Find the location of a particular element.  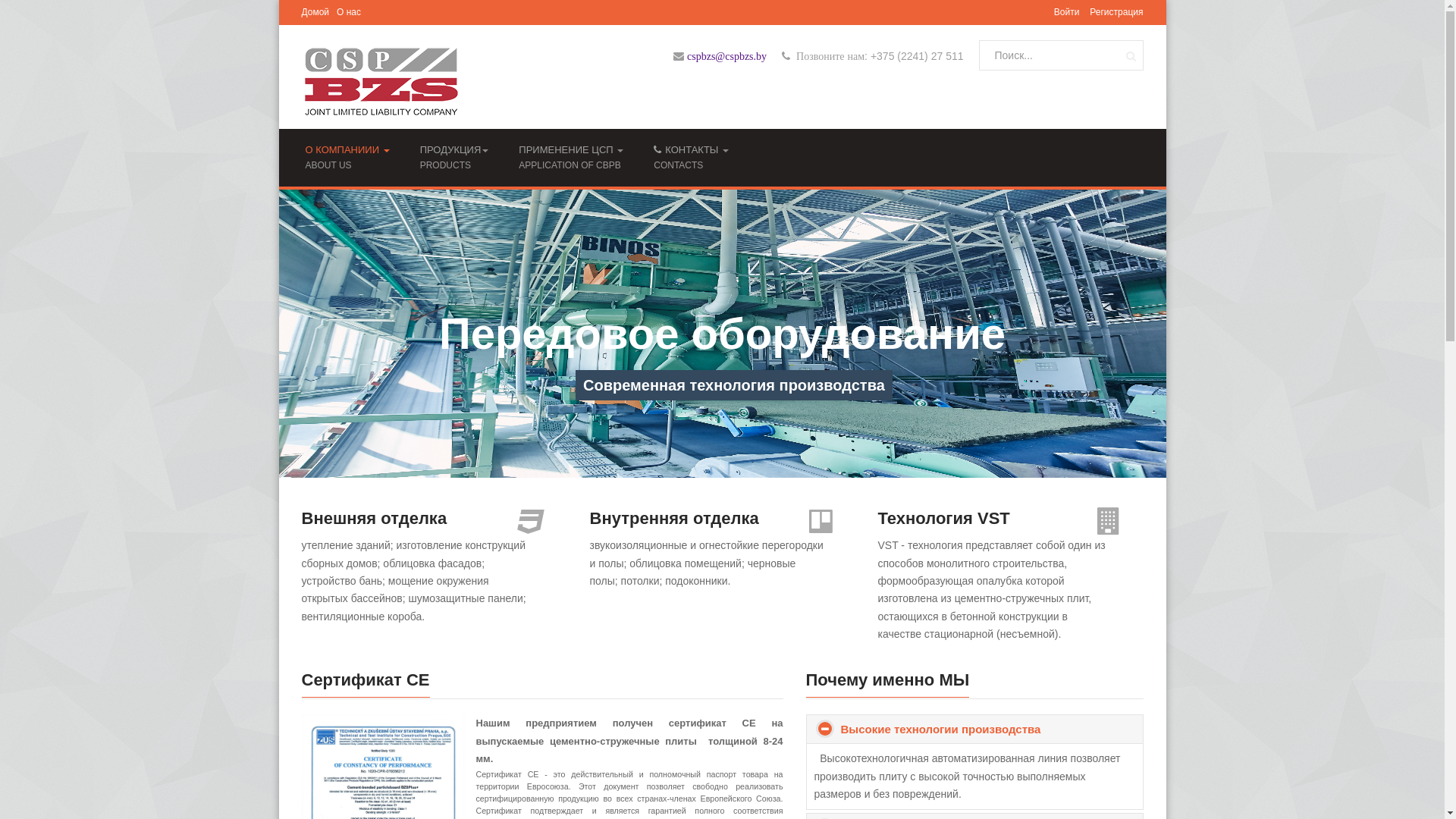

'cspbzs@cspbzs.by' is located at coordinates (726, 55).